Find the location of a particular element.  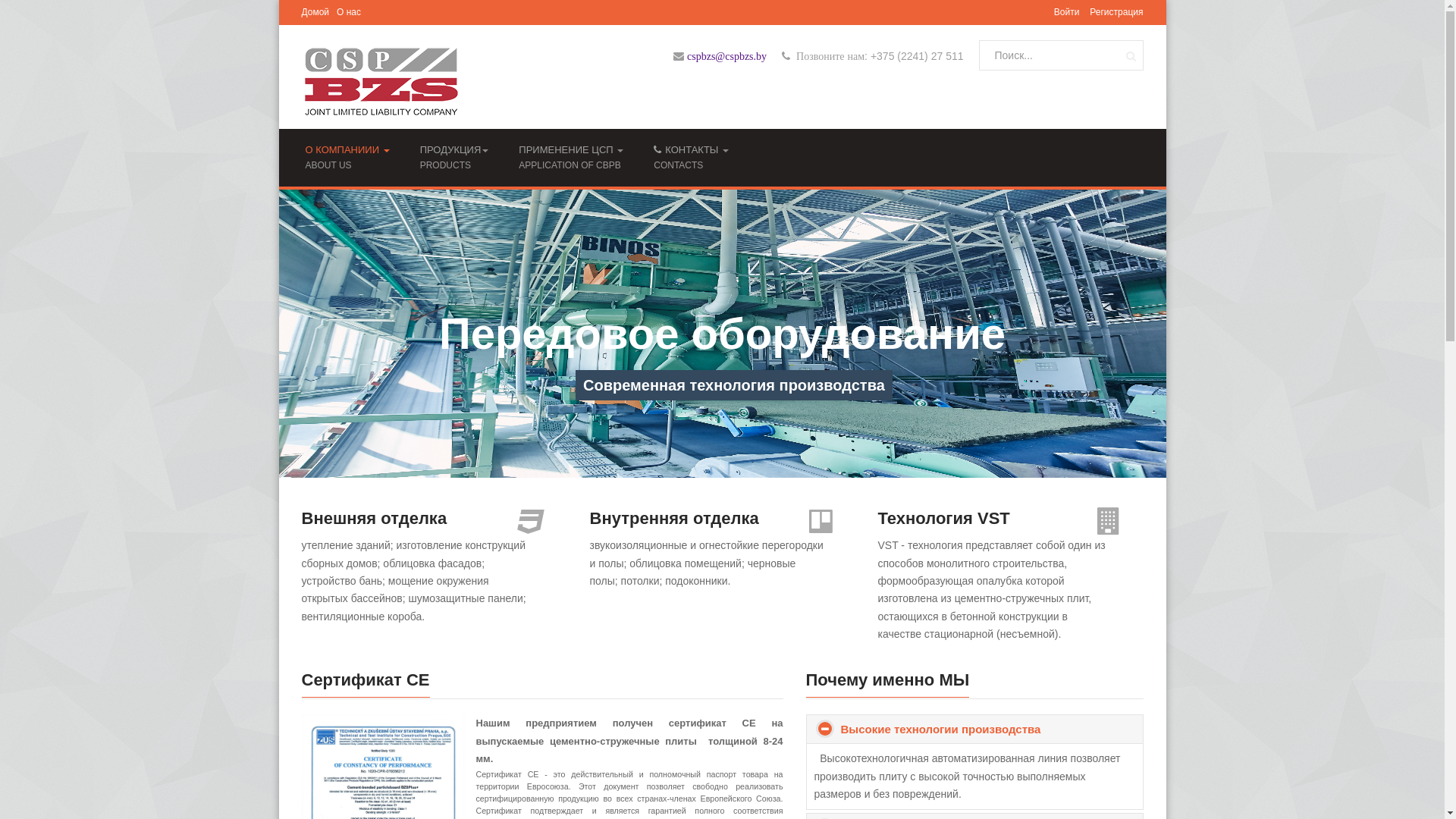

'cspbzs@cspbzs.by' is located at coordinates (726, 55).